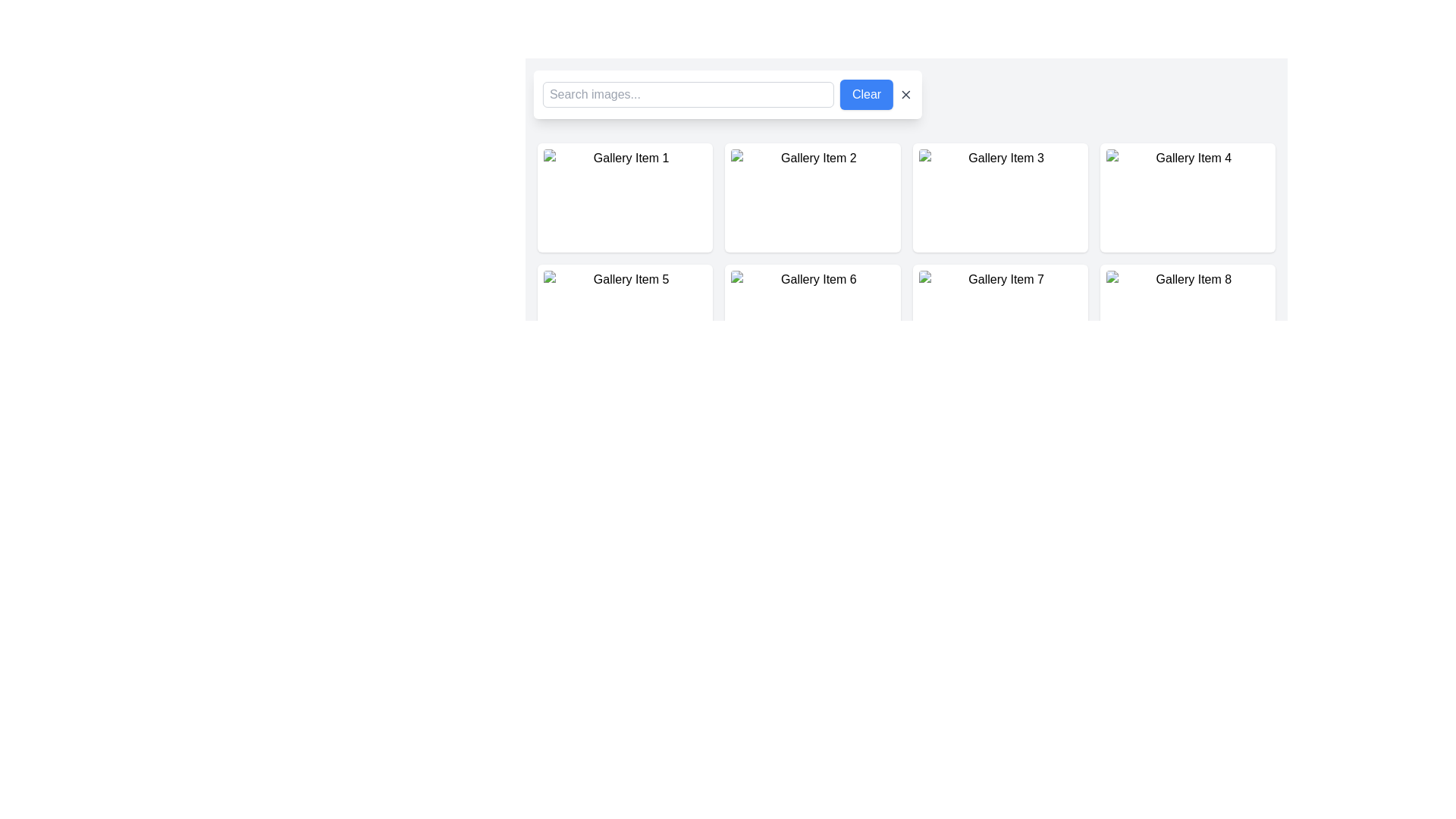 Image resolution: width=1456 pixels, height=819 pixels. I want to click on the image preview representing 'Gallery Item 7', so click(1000, 318).